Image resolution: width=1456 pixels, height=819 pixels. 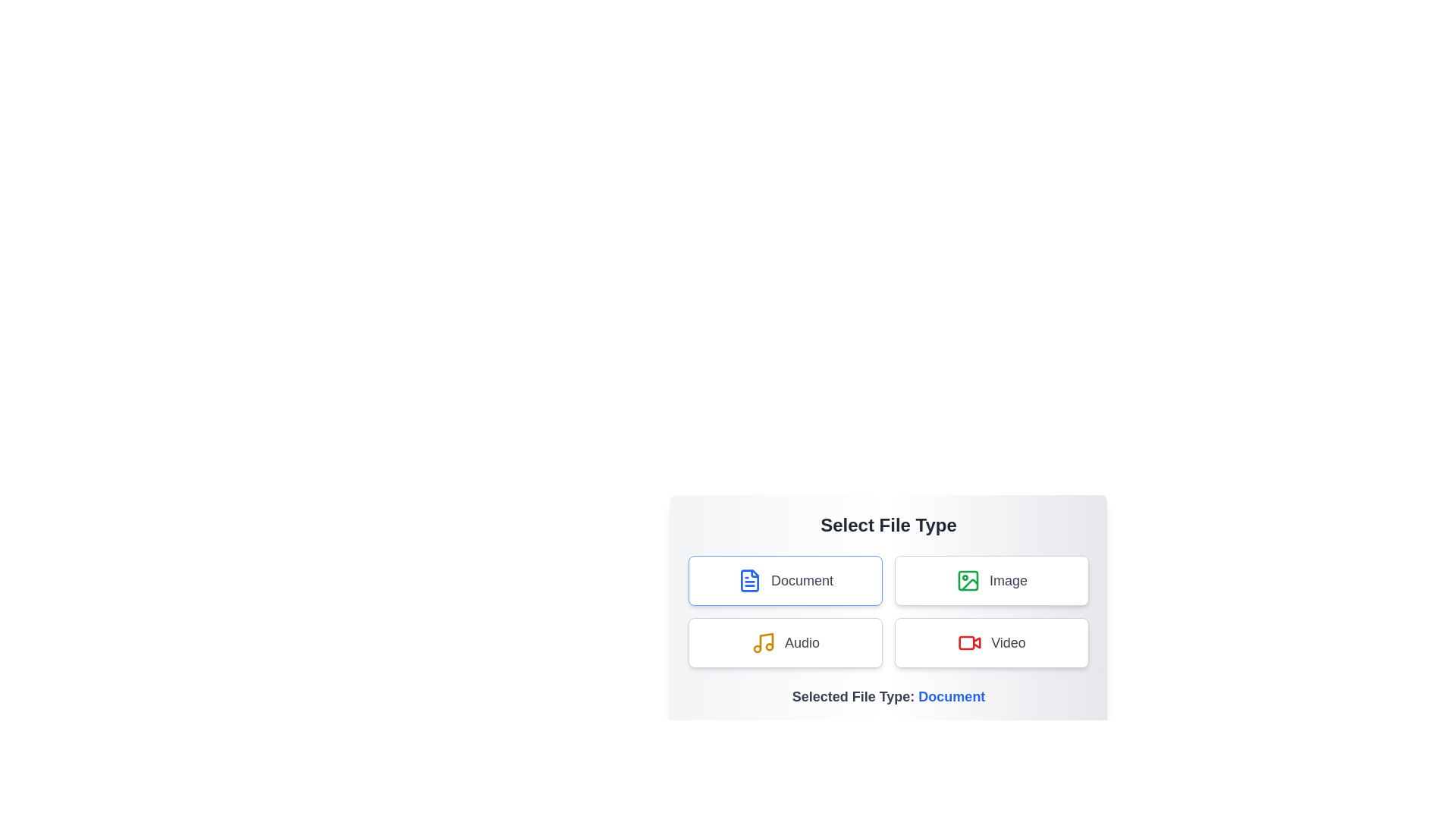 What do you see at coordinates (977, 642) in the screenshot?
I see `the graphical icon resembling a play button, which is red and located in the bottom-right corner of the 'Video' button` at bounding box center [977, 642].